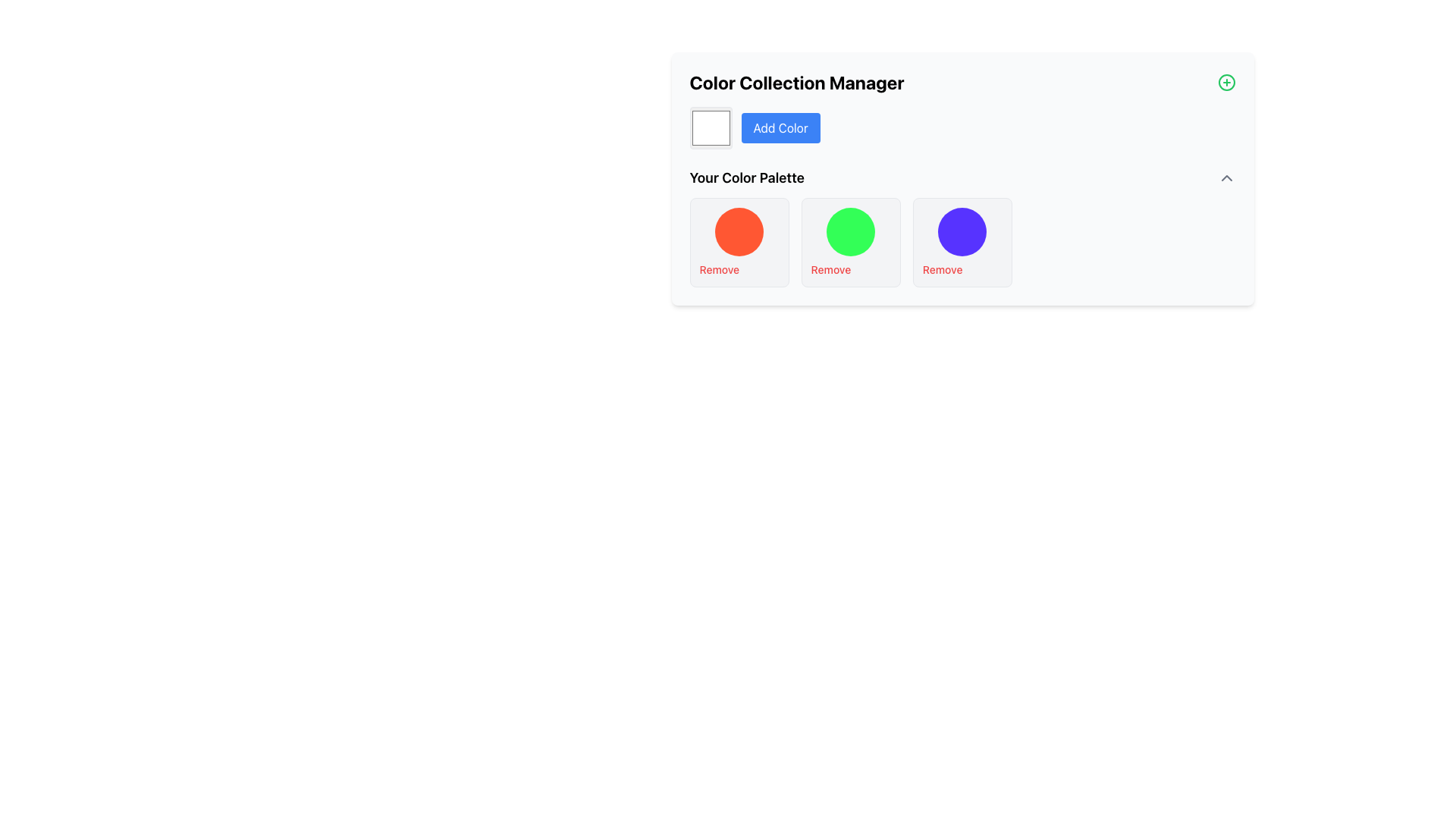 The image size is (1456, 819). What do you see at coordinates (942, 268) in the screenshot?
I see `the red 'Remove' button located beneath the purple circular graphic in the third card of the 'Your Color Palette' section` at bounding box center [942, 268].